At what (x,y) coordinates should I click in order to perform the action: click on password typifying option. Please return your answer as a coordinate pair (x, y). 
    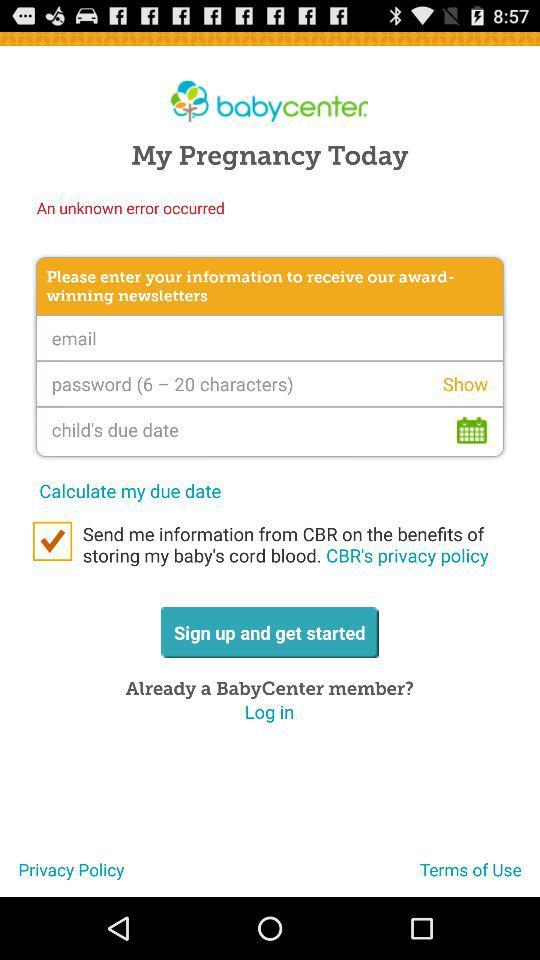
    Looking at the image, I should click on (270, 383).